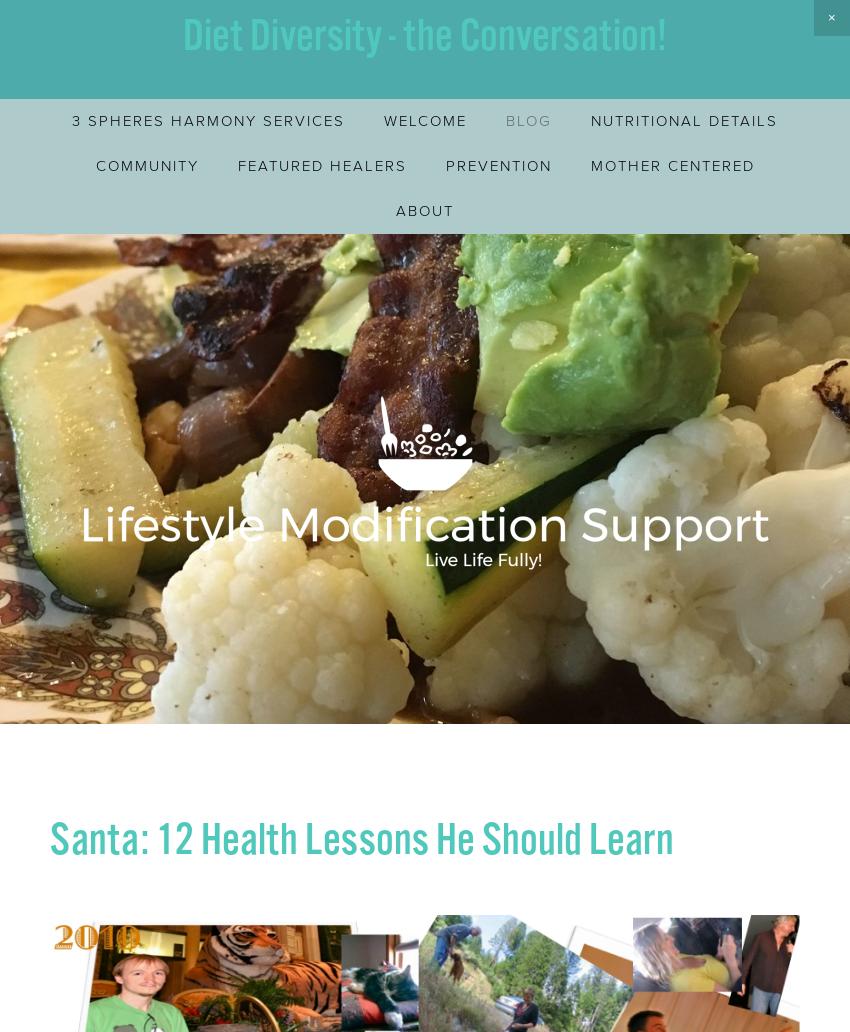  Describe the element at coordinates (528, 120) in the screenshot. I see `'blog'` at that location.